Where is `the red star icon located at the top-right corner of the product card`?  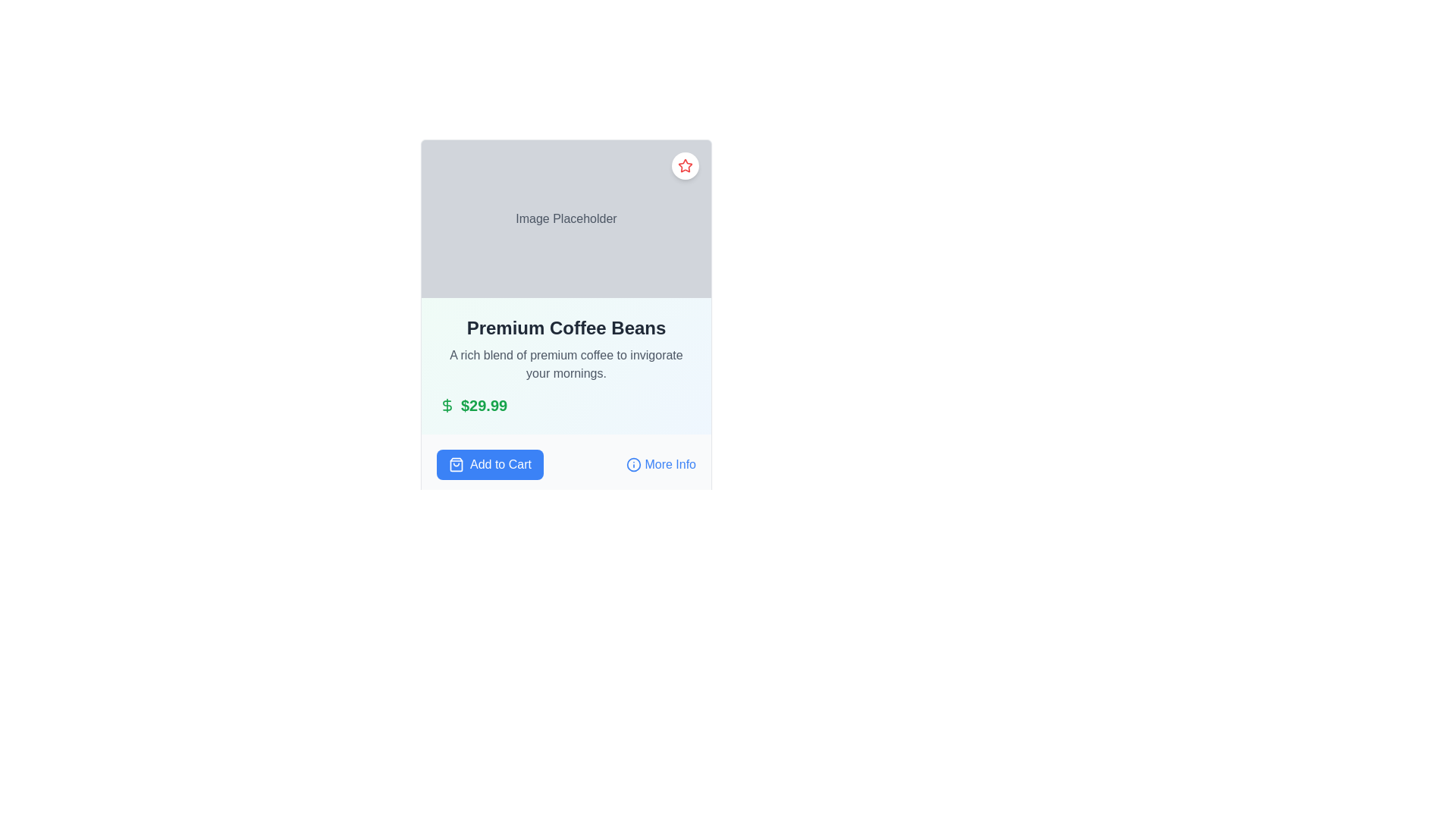 the red star icon located at the top-right corner of the product card is located at coordinates (684, 165).